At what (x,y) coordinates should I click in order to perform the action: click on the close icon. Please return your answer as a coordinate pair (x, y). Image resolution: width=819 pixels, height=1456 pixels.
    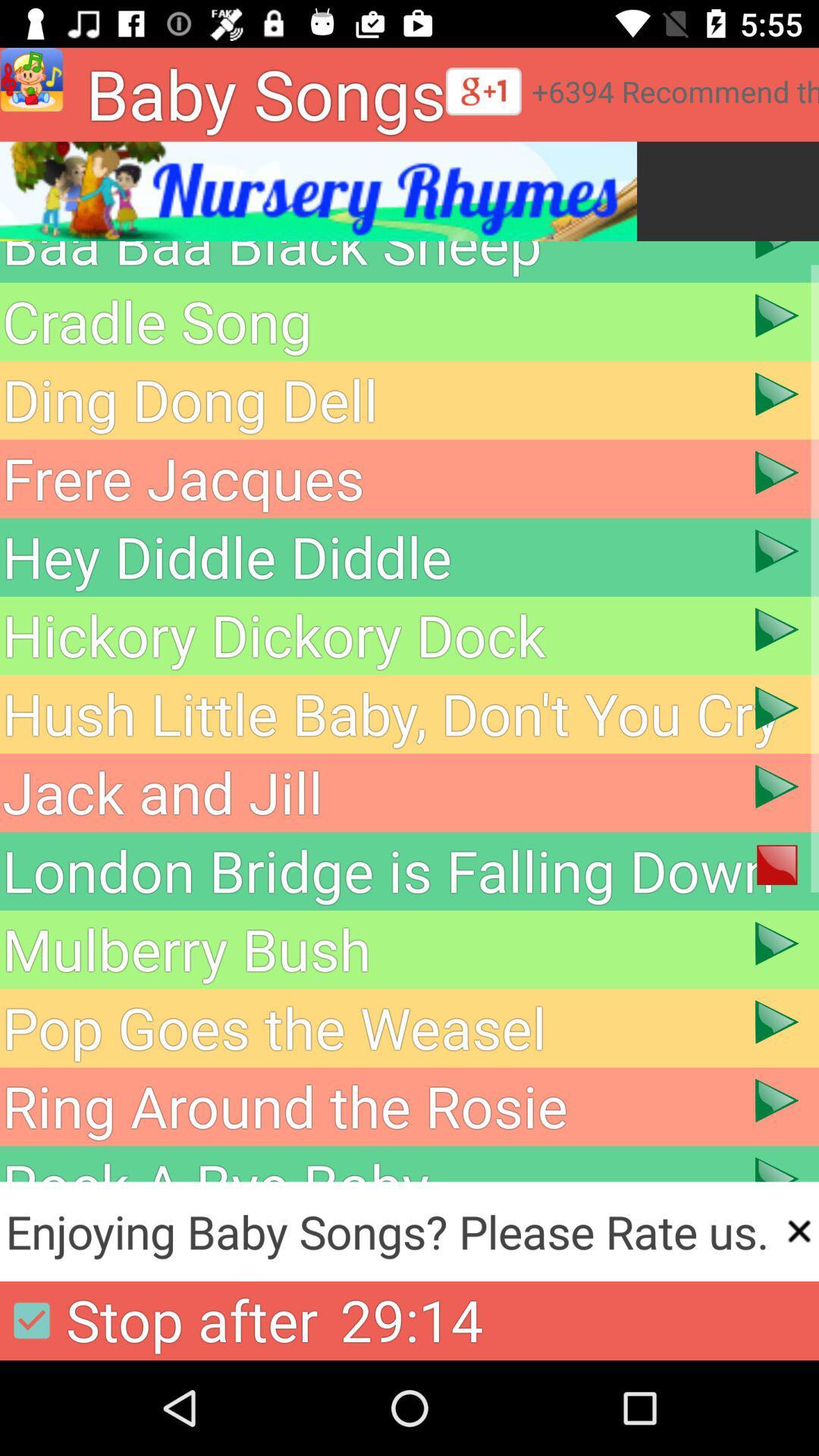
    Looking at the image, I should click on (799, 1231).